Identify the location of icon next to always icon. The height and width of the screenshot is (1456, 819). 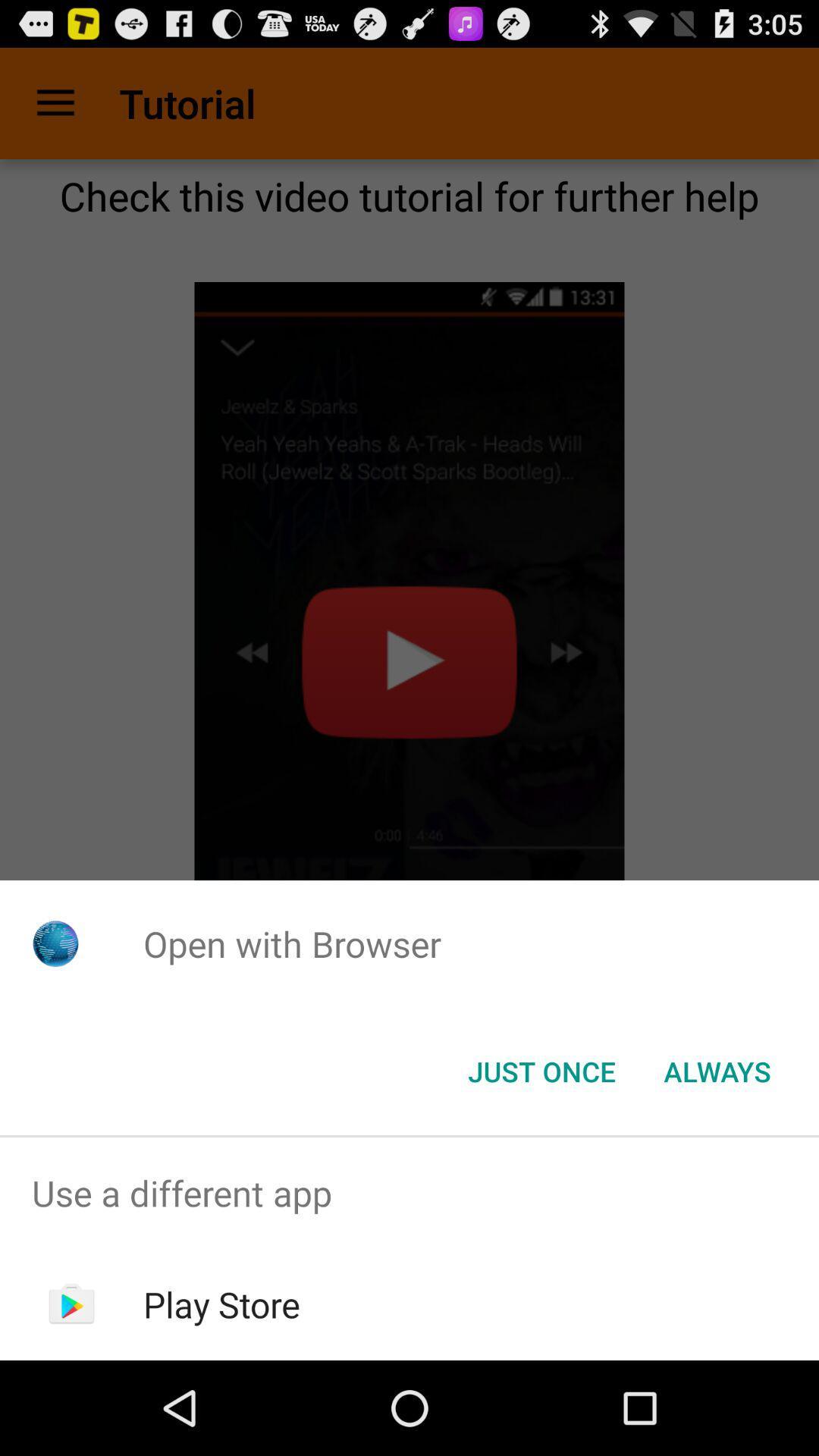
(541, 1070).